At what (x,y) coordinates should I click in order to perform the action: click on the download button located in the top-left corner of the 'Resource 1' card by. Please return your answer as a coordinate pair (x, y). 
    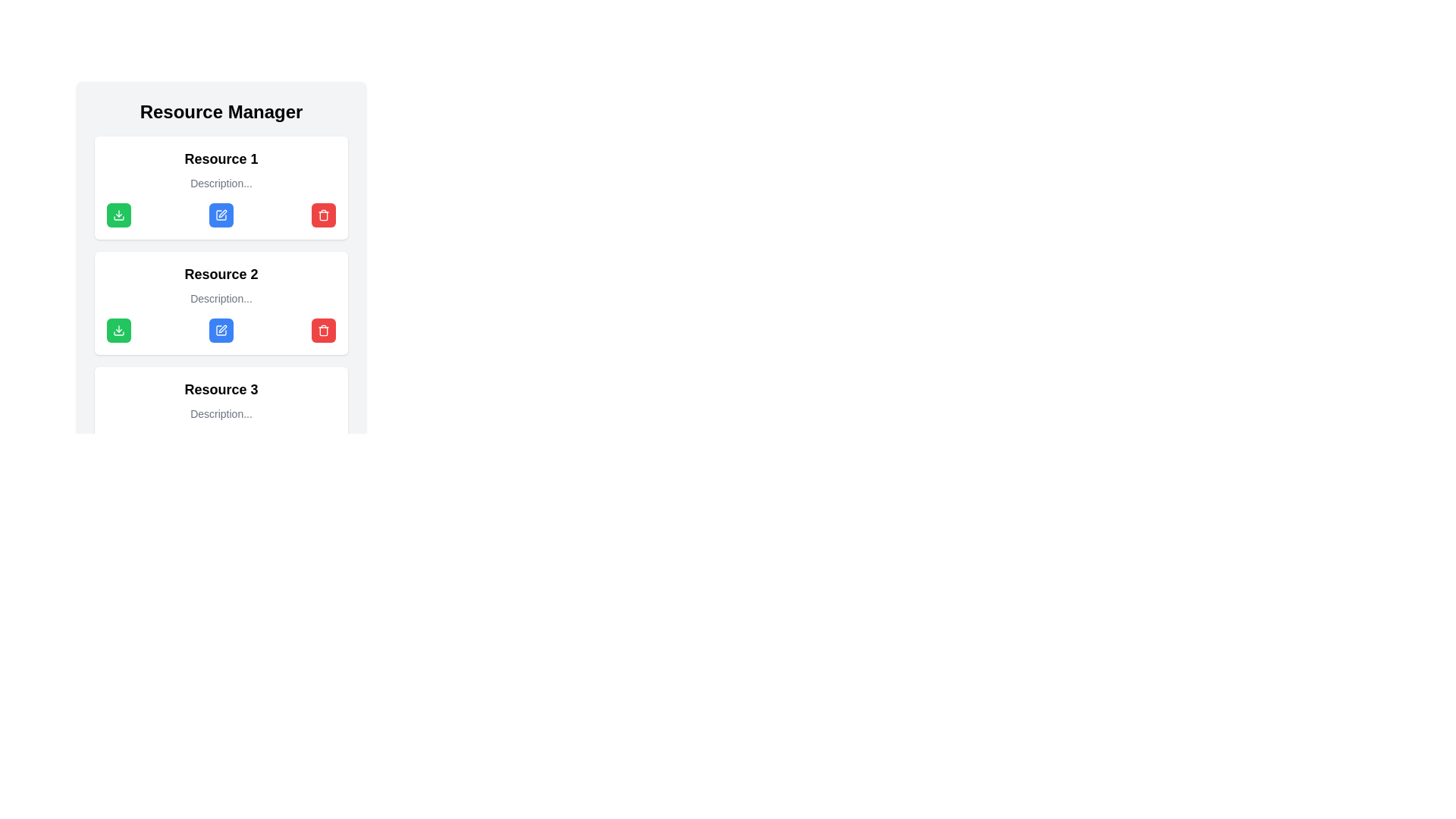
    Looking at the image, I should click on (118, 215).